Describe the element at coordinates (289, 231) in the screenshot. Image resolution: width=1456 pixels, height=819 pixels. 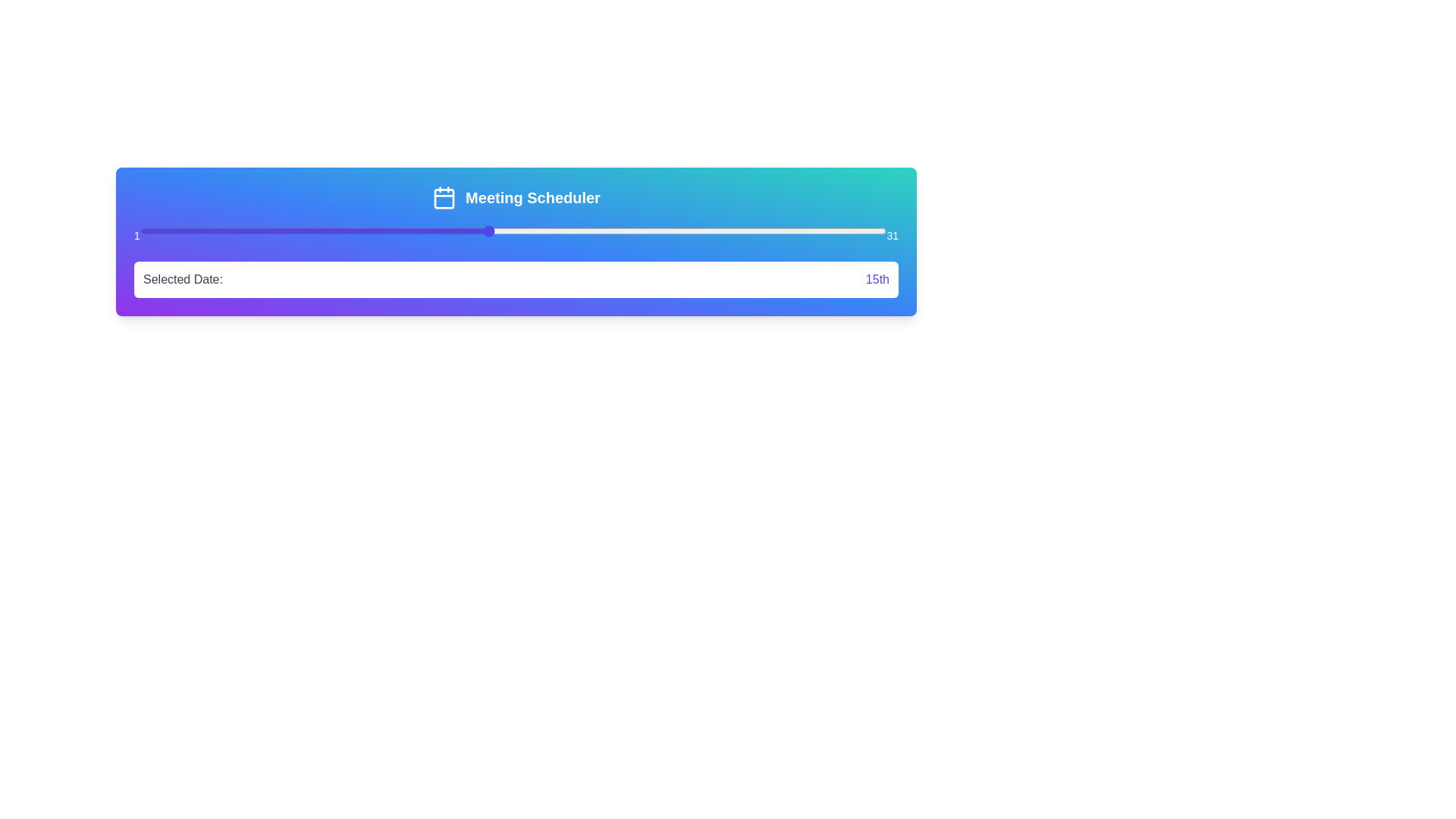
I see `the date` at that location.